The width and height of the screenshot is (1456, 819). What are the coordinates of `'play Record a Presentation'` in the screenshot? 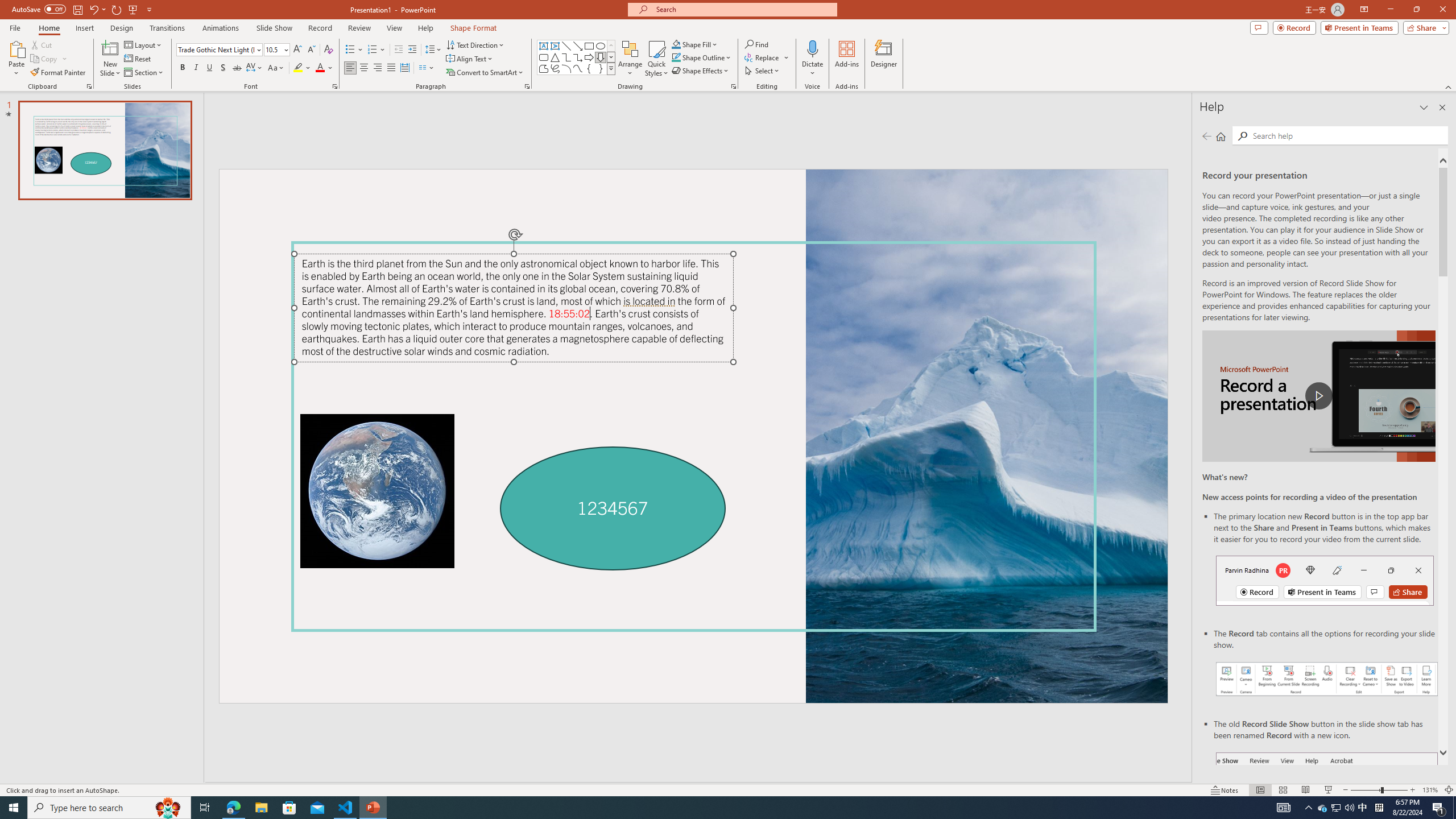 It's located at (1318, 396).